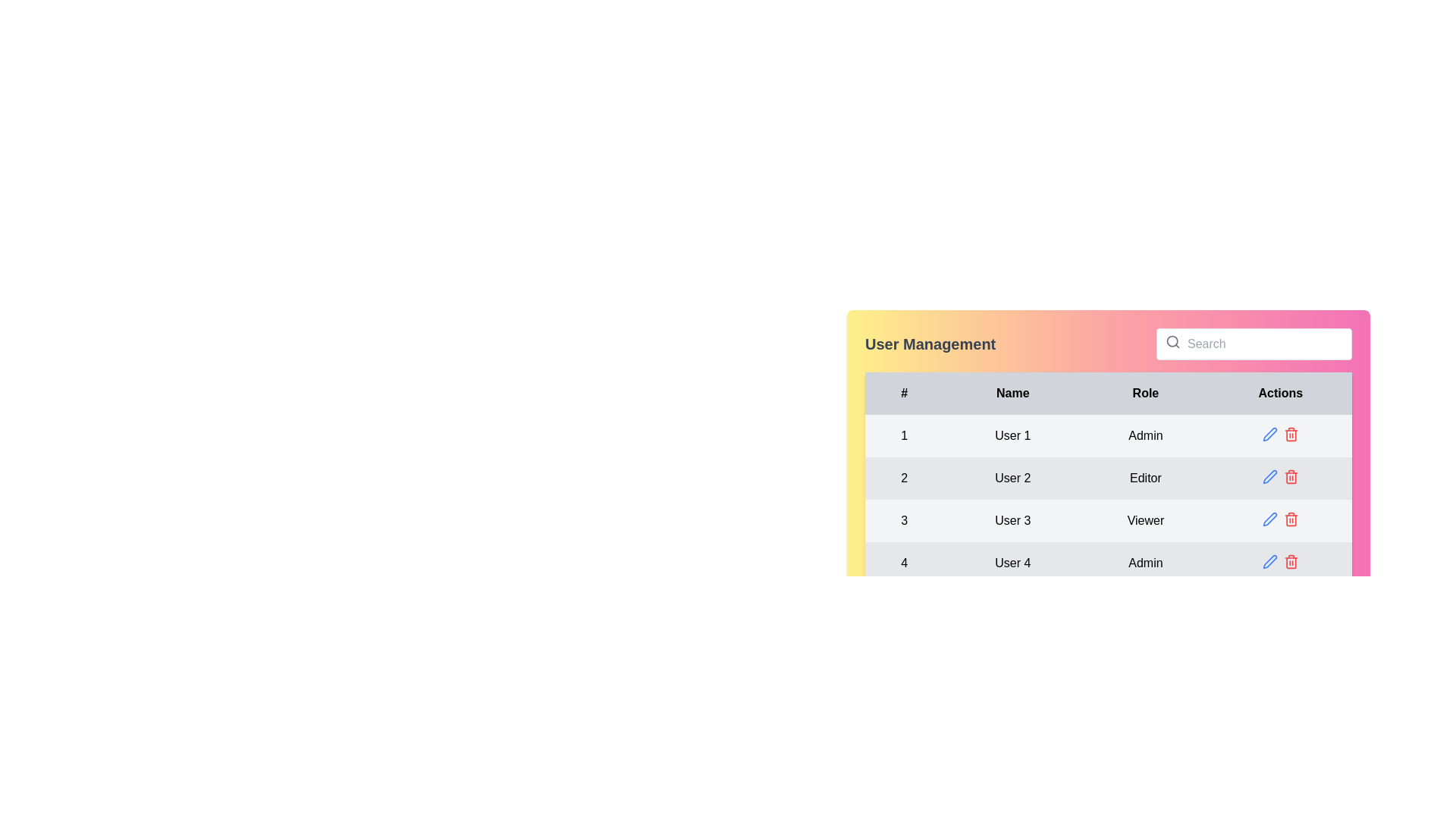 The image size is (1456, 819). Describe the element at coordinates (1145, 393) in the screenshot. I see `the text label that displays 'Role', which is the third header in a table row with a light gray background and bold black text` at that location.